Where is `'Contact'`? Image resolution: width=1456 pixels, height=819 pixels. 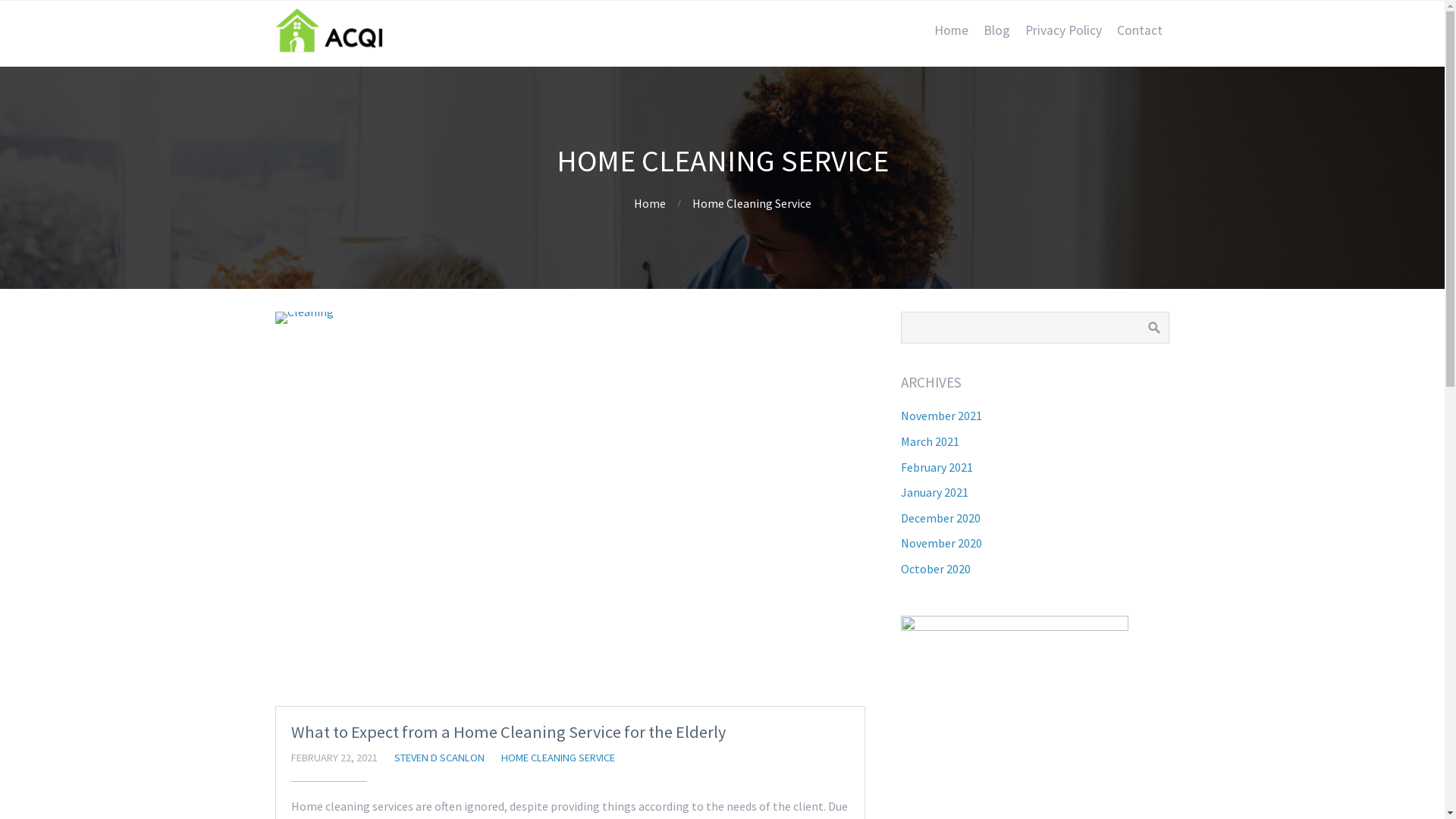
'Contact' is located at coordinates (1139, 30).